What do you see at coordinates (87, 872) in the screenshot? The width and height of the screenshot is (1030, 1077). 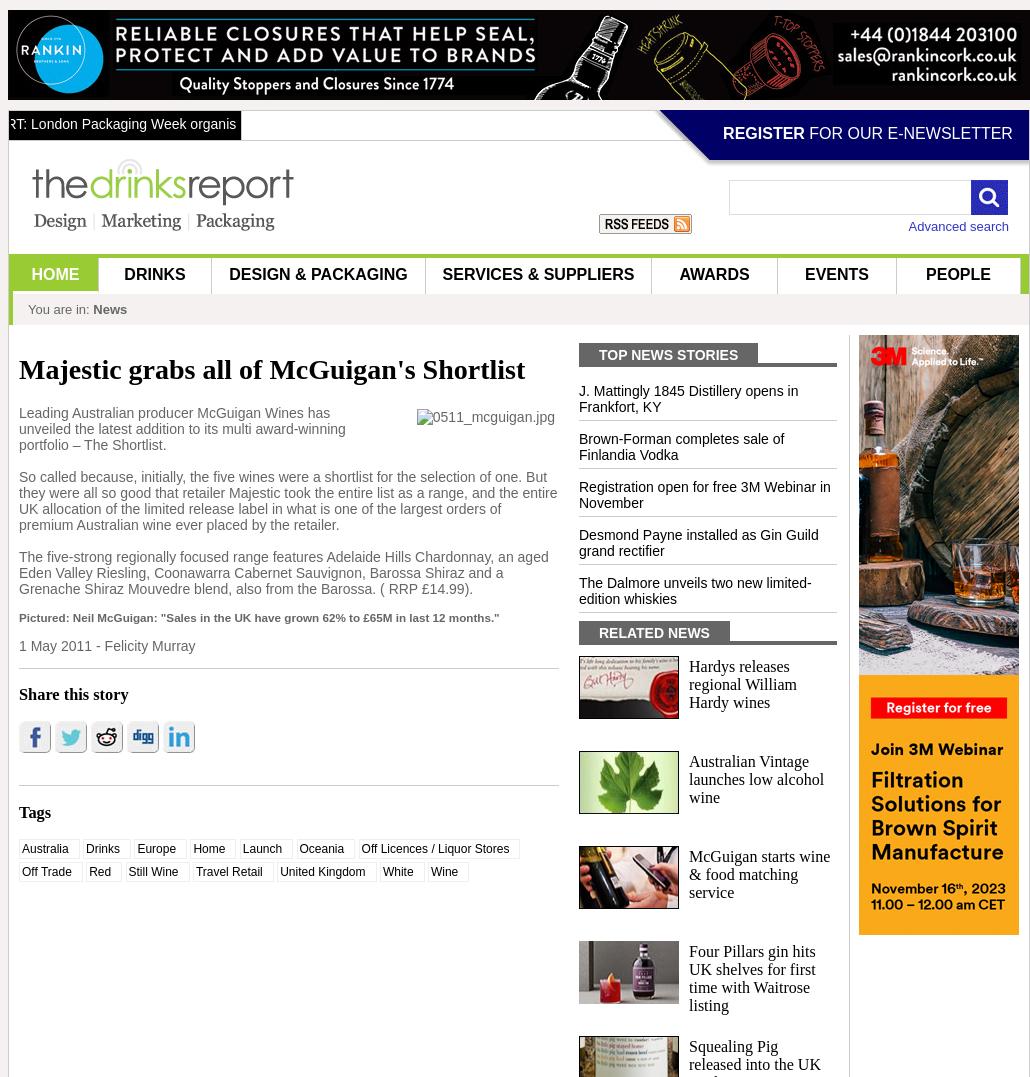 I see `'Red'` at bounding box center [87, 872].